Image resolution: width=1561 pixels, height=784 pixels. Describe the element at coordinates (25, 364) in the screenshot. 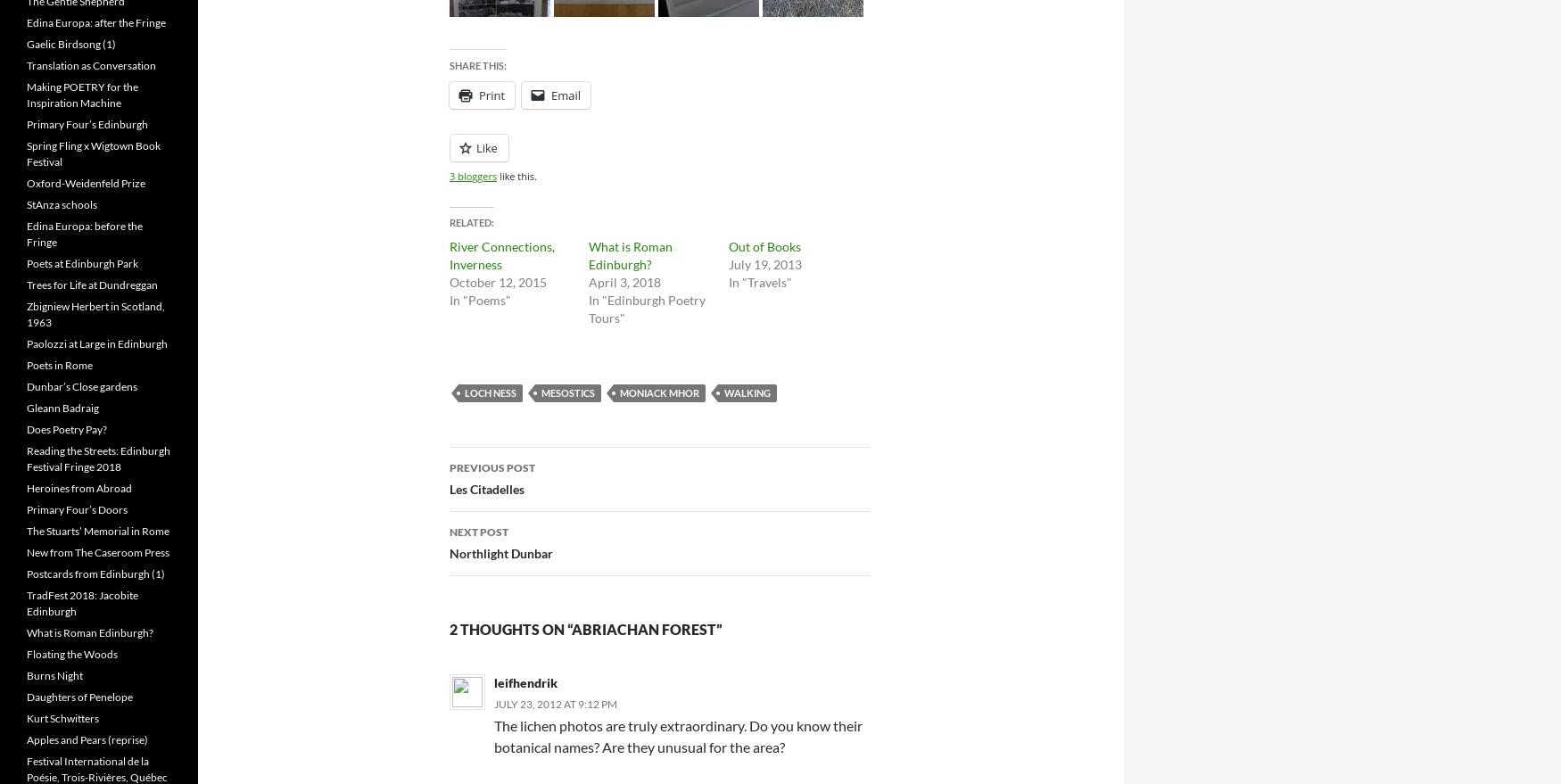

I see `'Poets in Rome'` at that location.